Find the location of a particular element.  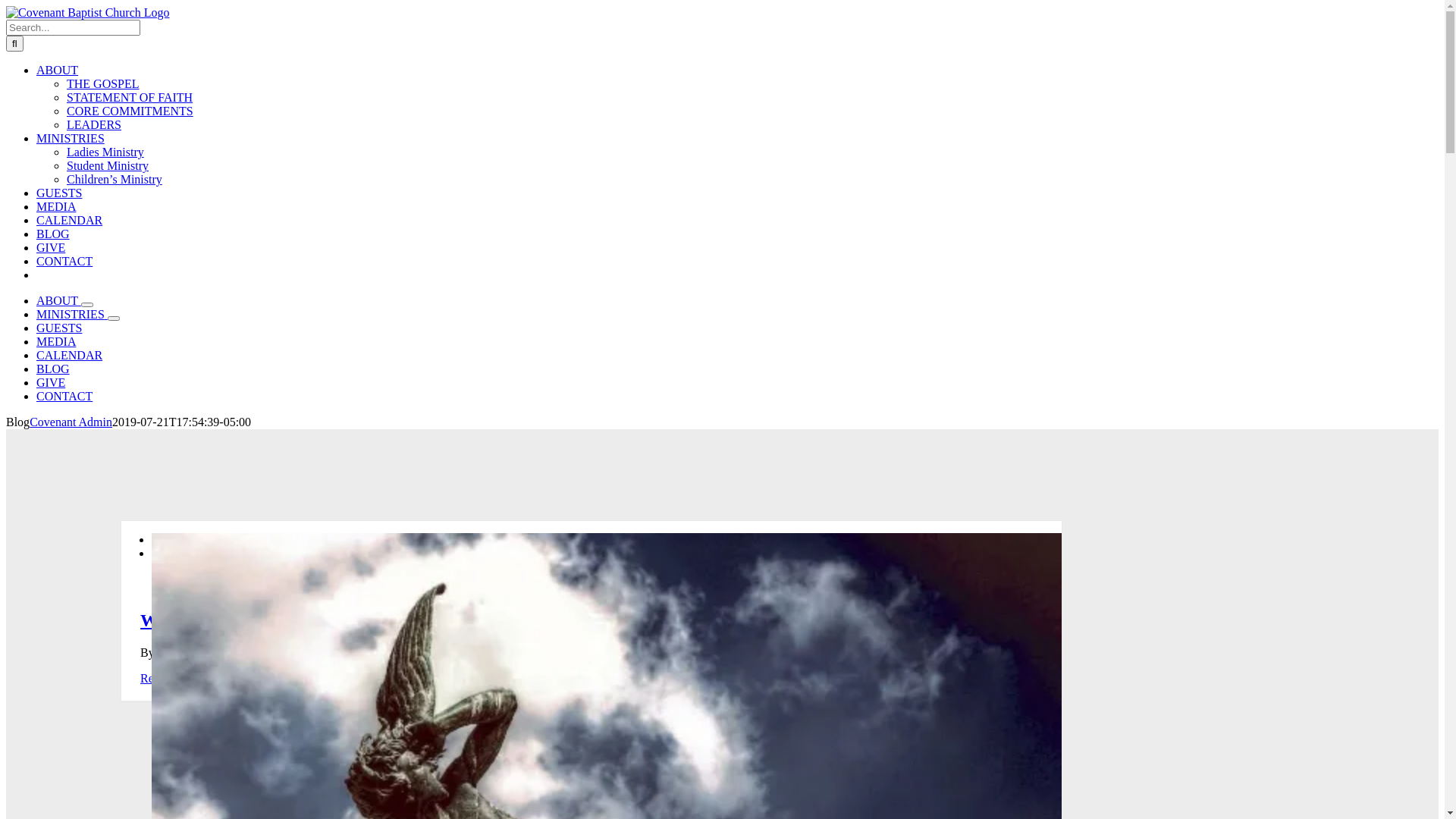

'Interpretation' is located at coordinates (426, 651).